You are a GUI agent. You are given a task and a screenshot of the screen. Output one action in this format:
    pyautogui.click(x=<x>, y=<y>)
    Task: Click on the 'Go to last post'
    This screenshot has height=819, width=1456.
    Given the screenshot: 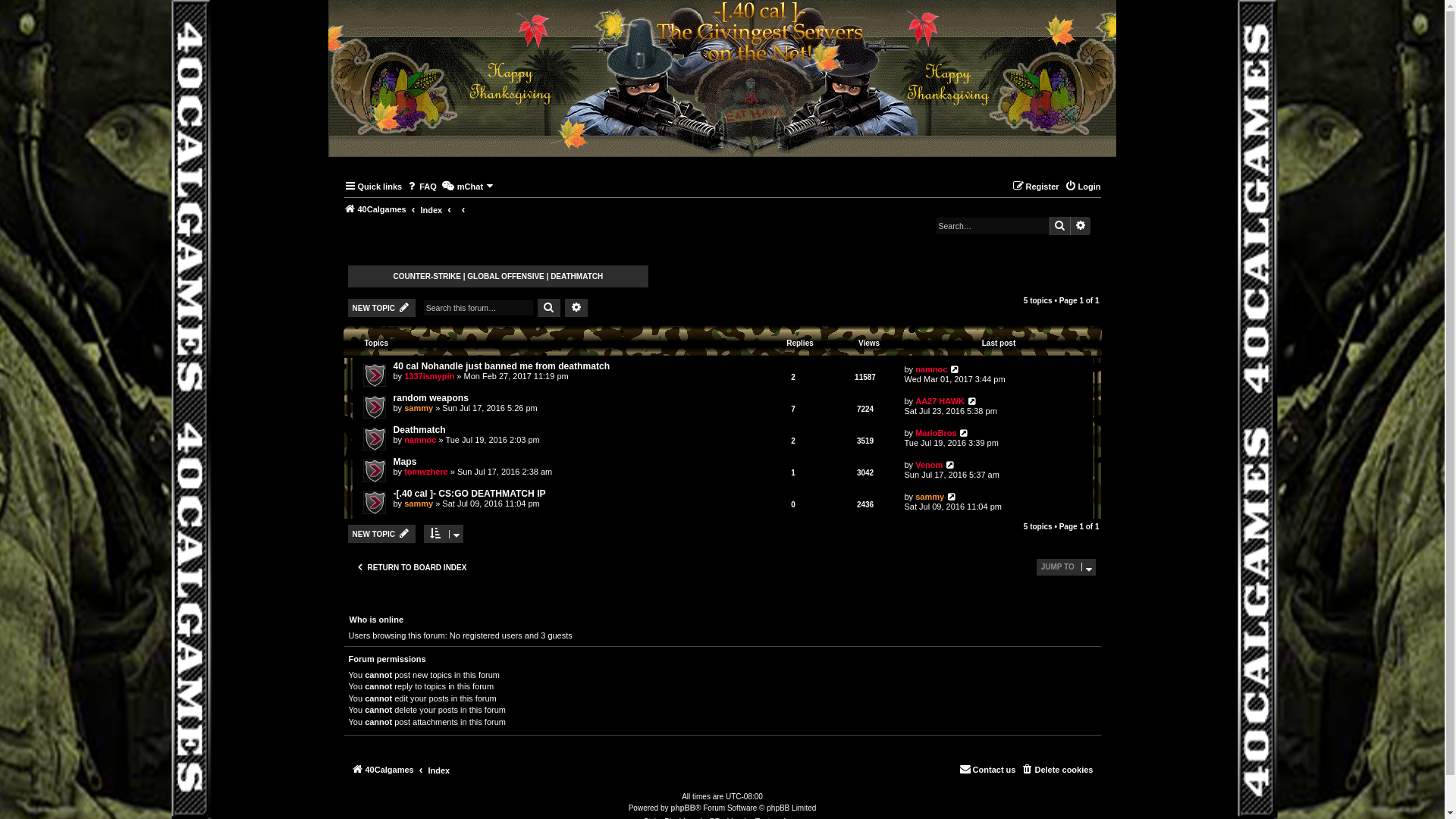 What is the action you would take?
    pyautogui.click(x=959, y=433)
    